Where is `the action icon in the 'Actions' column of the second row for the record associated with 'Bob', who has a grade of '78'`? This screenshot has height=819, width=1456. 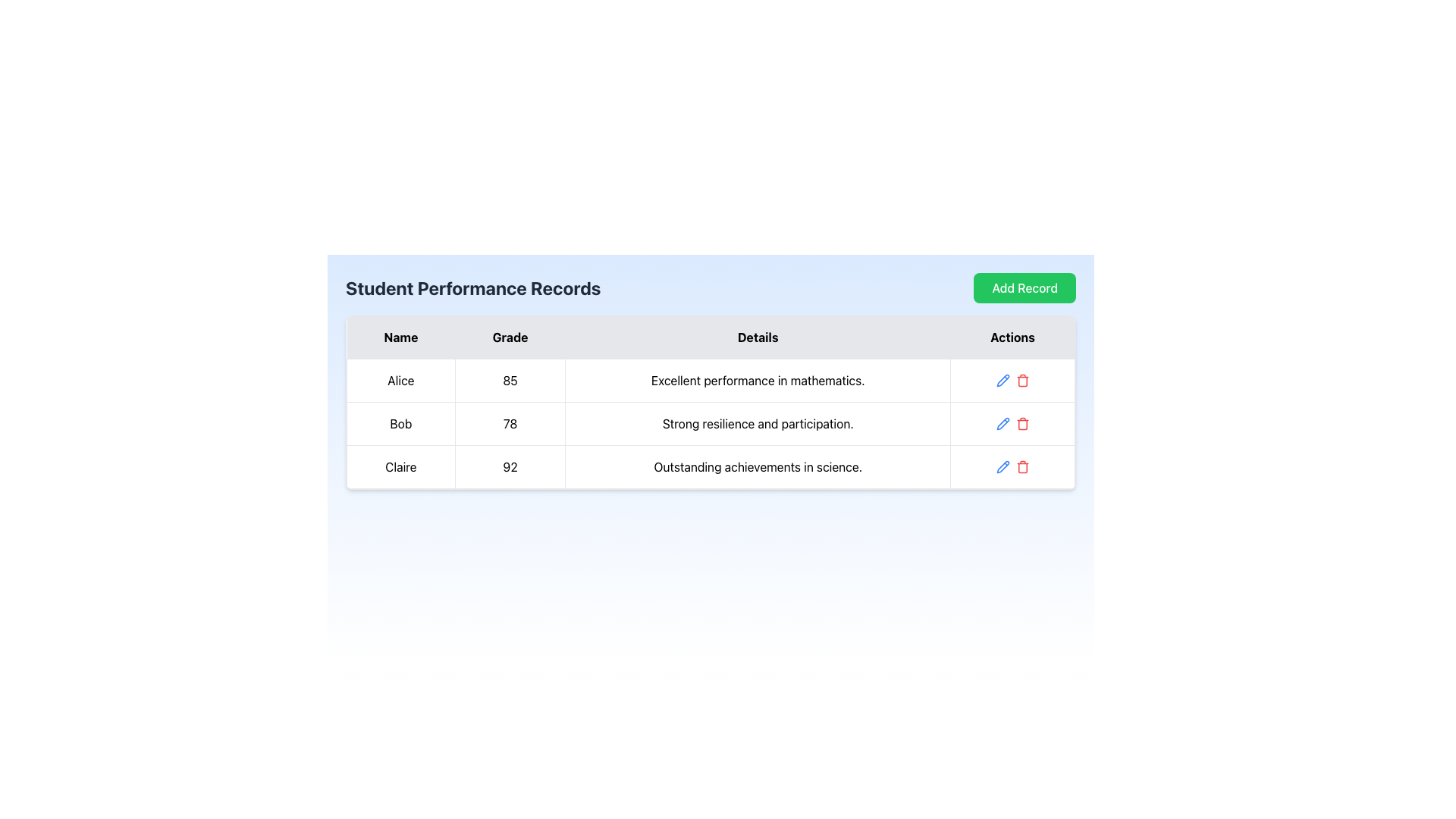
the action icon in the 'Actions' column of the second row for the record associated with 'Bob', who has a grade of '78' is located at coordinates (1012, 424).